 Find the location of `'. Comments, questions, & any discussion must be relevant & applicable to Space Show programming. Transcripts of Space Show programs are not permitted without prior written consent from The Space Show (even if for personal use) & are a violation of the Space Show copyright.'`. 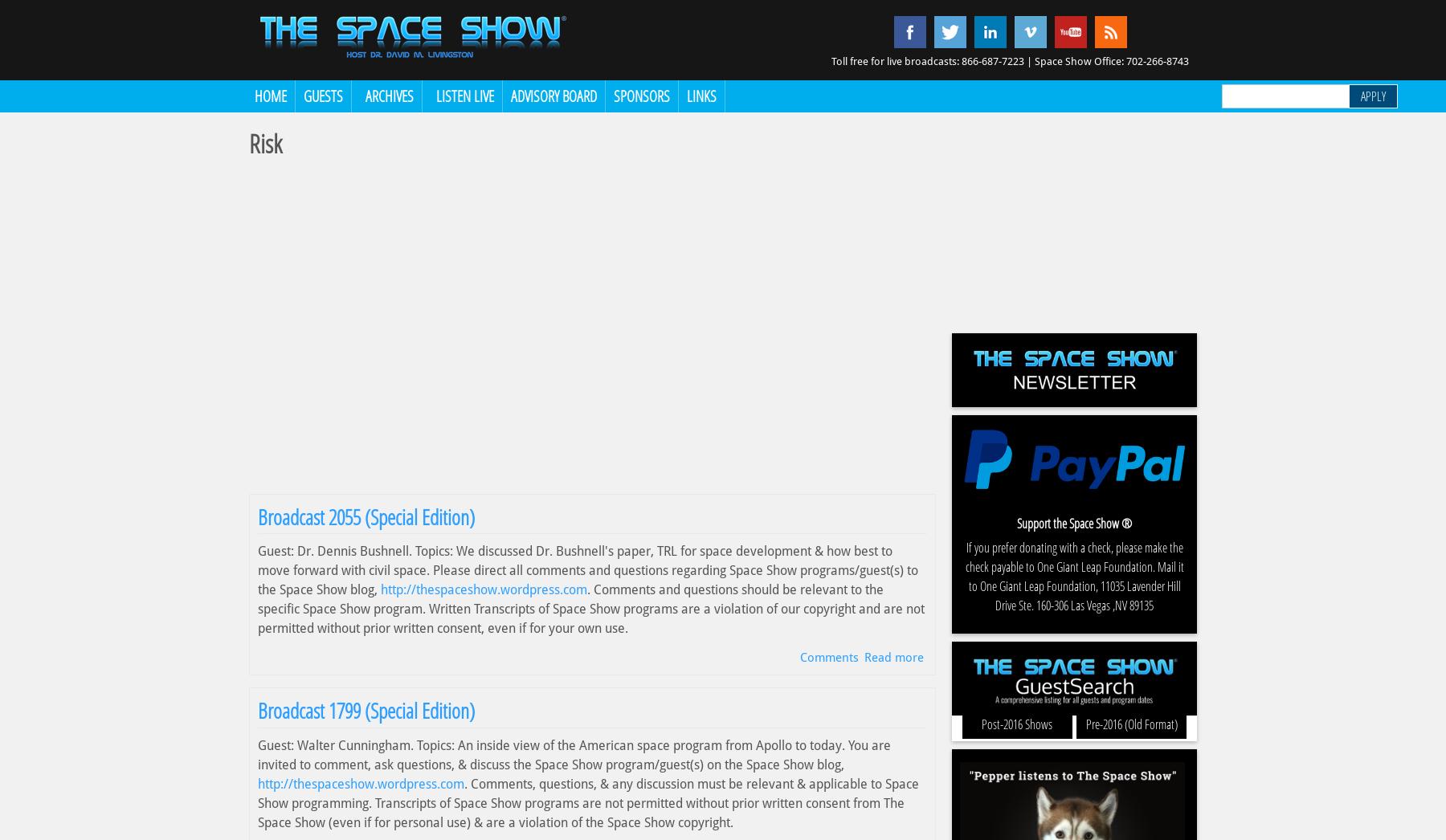

'. Comments, questions, & any discussion must be relevant & applicable to Space Show programming. Transcripts of Space Show programs are not permitted without prior written consent from The Space Show (even if for personal use) & are a violation of the Space Show copyright.' is located at coordinates (587, 802).